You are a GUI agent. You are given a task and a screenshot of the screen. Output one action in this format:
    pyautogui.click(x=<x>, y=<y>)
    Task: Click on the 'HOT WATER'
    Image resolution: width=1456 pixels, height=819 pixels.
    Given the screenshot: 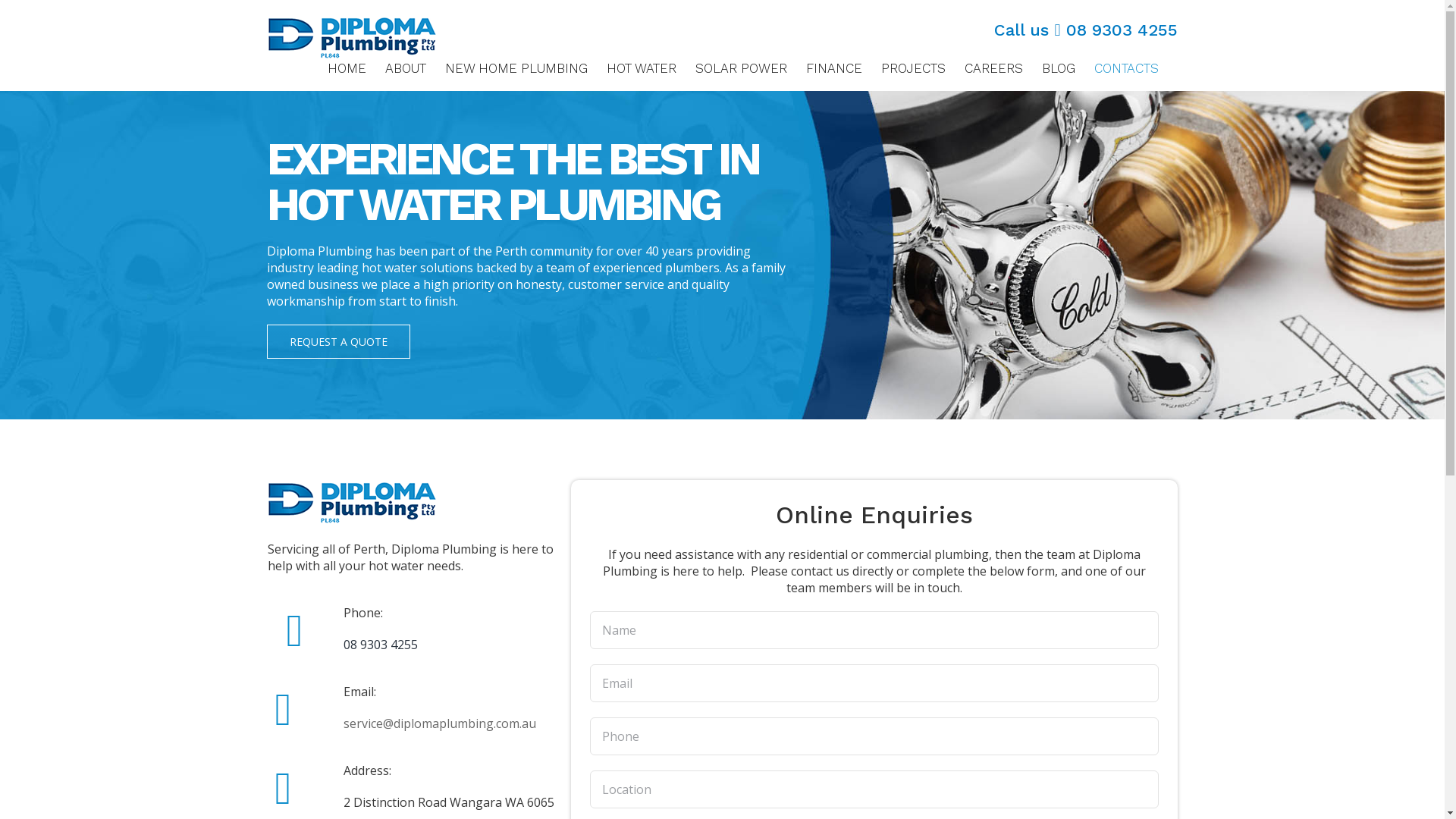 What is the action you would take?
    pyautogui.click(x=607, y=67)
    